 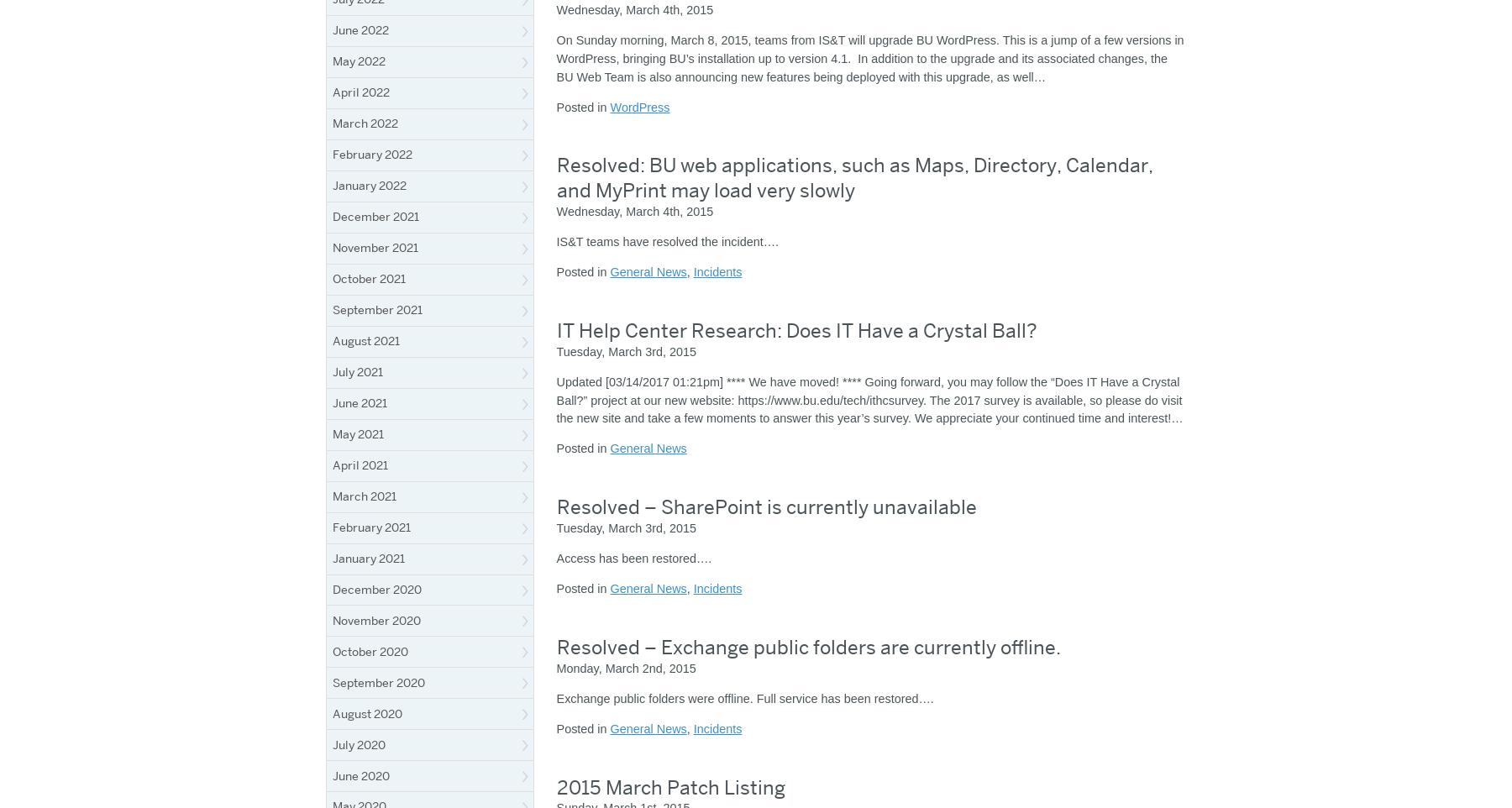 What do you see at coordinates (360, 464) in the screenshot?
I see `'April 2021'` at bounding box center [360, 464].